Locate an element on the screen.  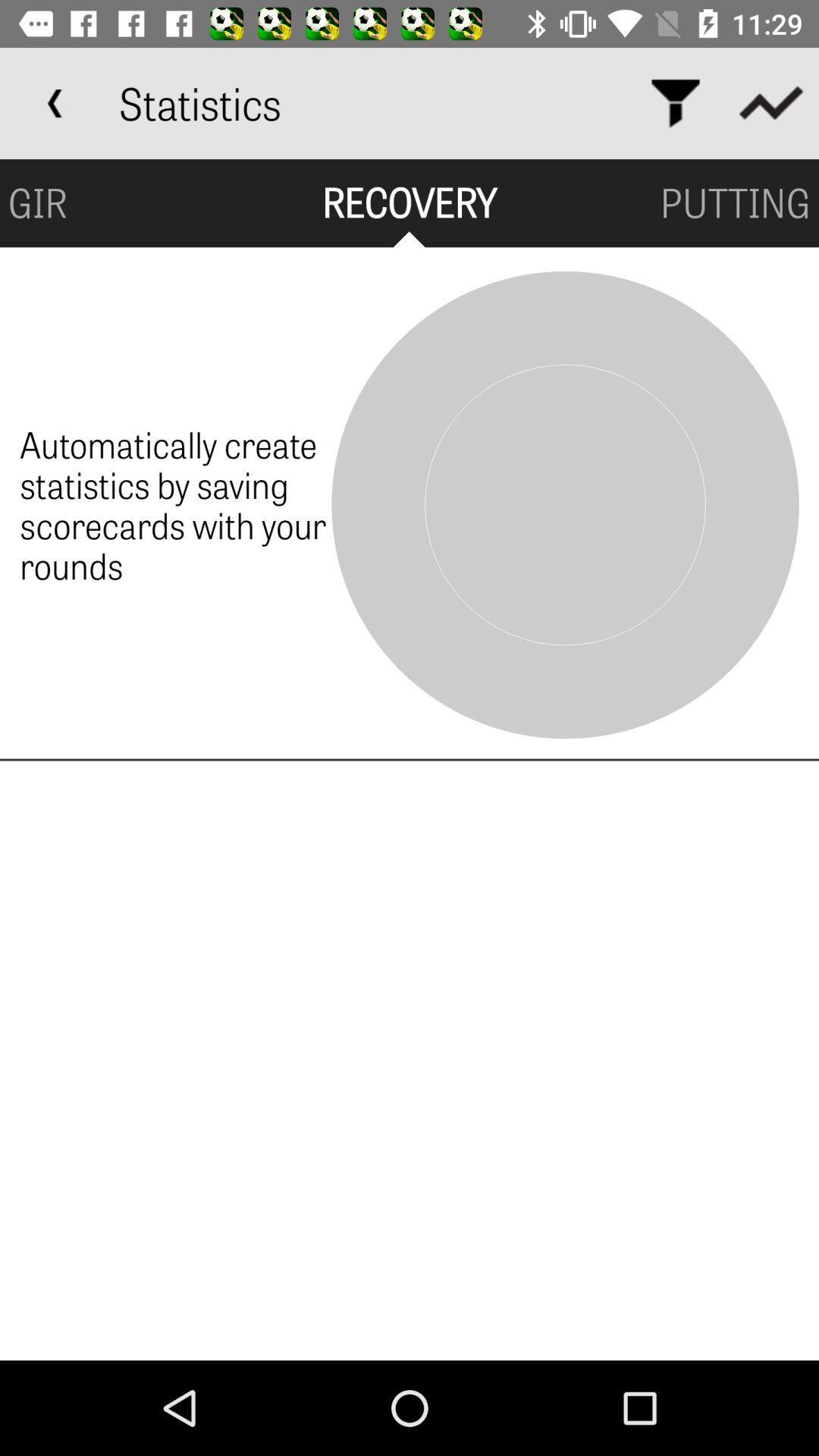
item to the left of statistics app is located at coordinates (55, 102).